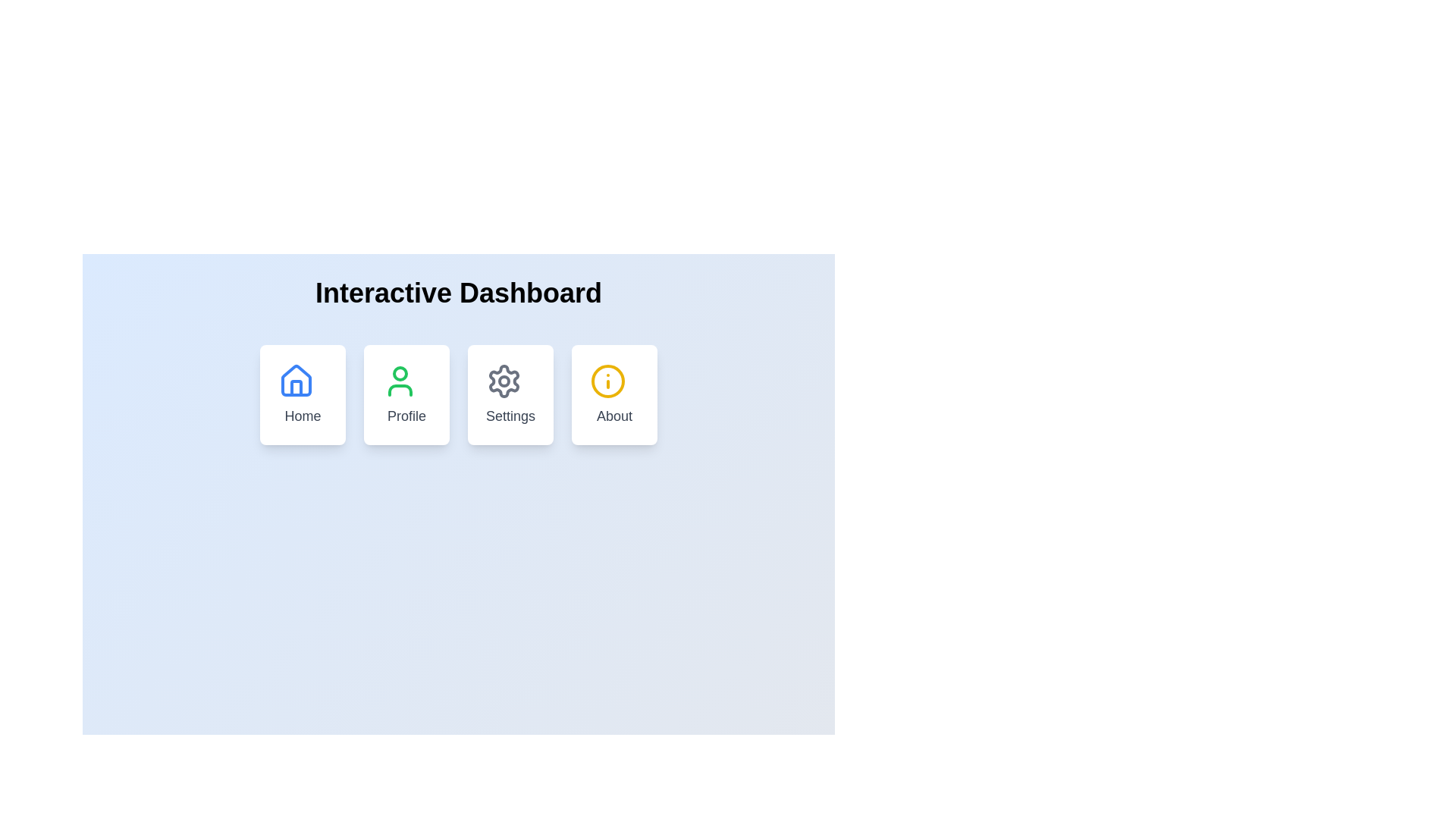  I want to click on the 'About' button located at the far right of the button grid in the 'Interactive Dashboard' section to trigger a visual effect, so click(614, 394).